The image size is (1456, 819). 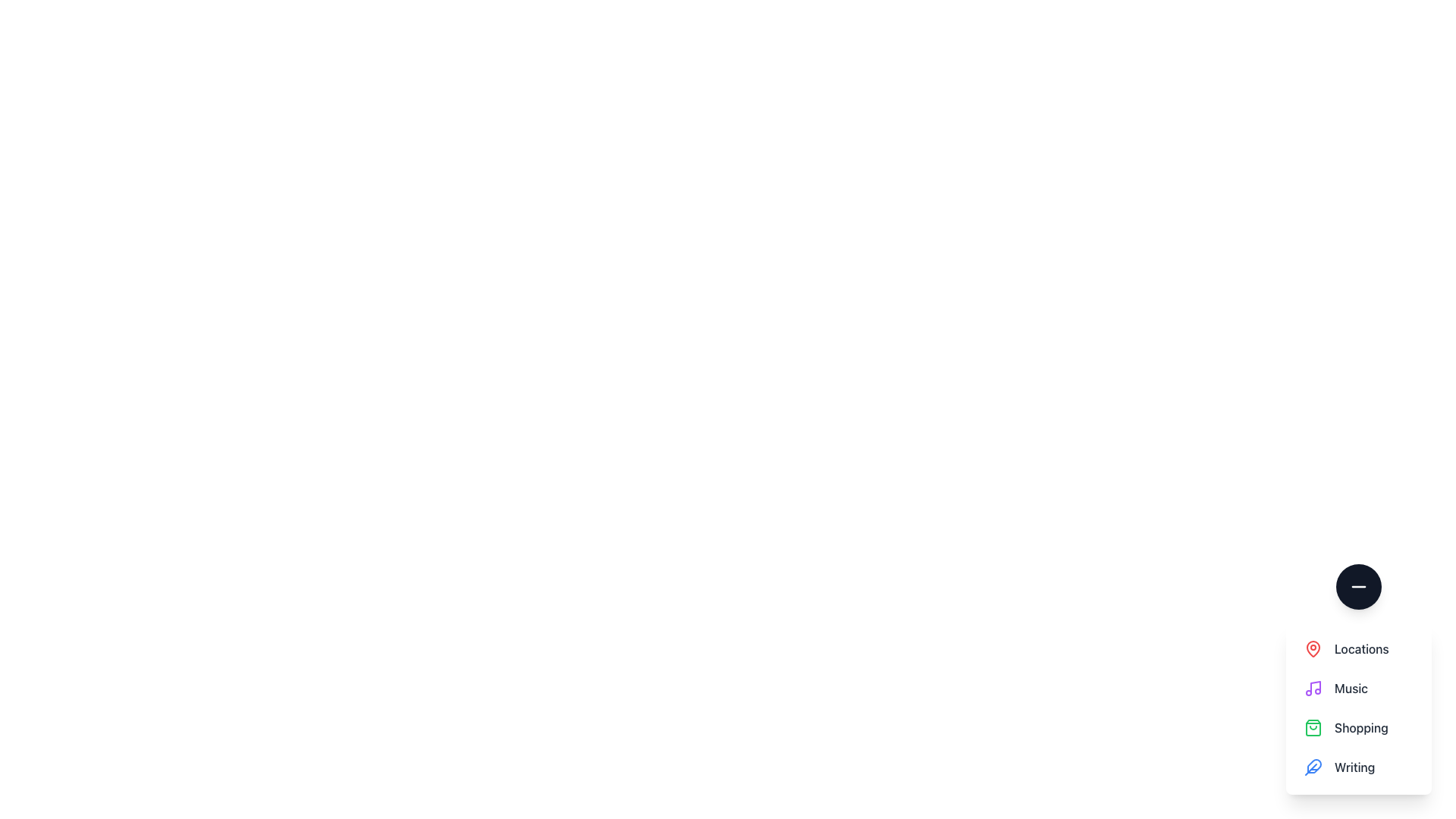 I want to click on the 'Music' text label element, which is styled in gray with medium font weight and is the second item in a vertical menu, positioned below 'Locations' and above 'Shopping', so click(x=1351, y=688).